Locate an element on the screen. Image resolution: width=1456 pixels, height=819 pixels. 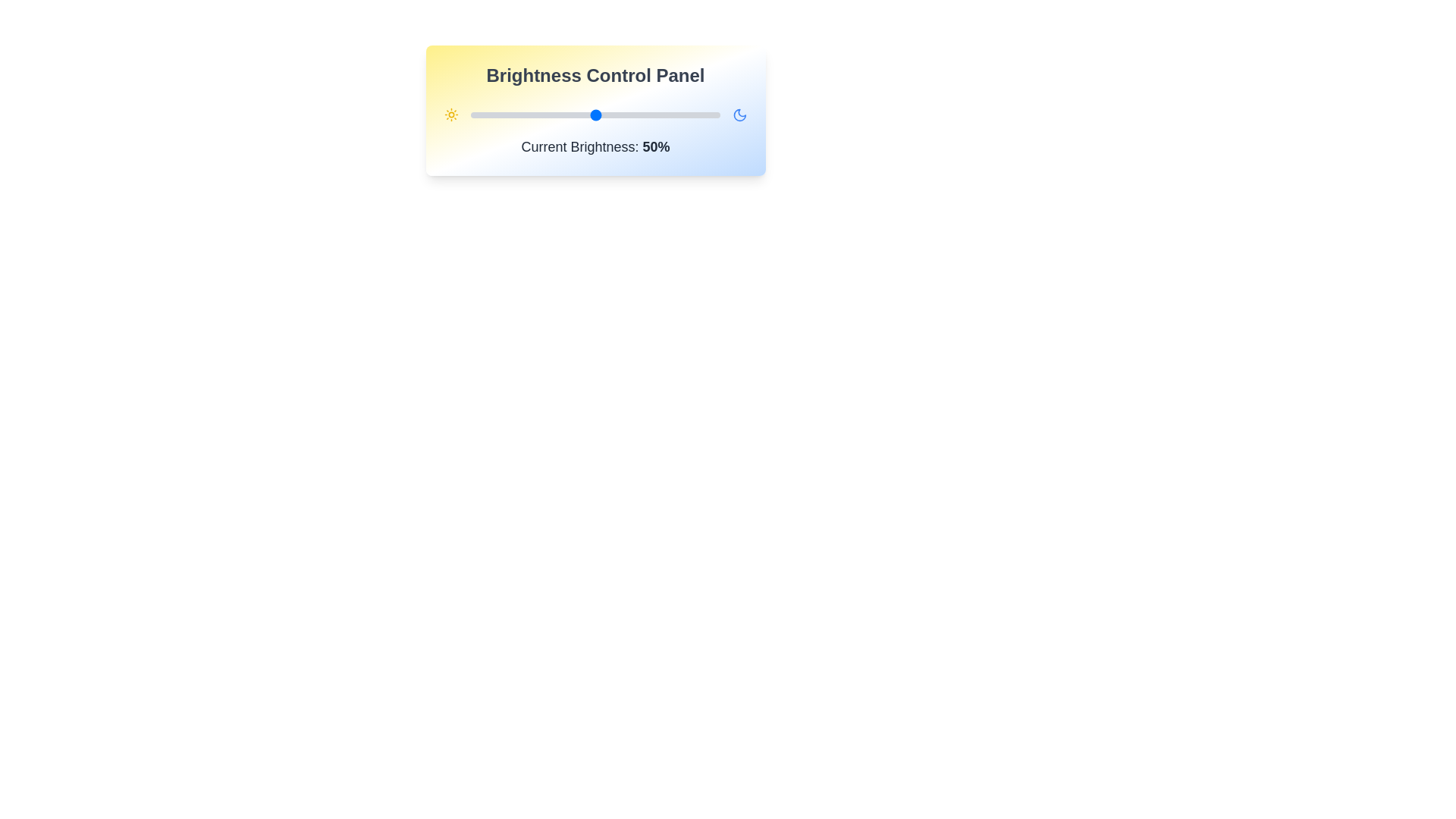
the brightness is located at coordinates (602, 114).